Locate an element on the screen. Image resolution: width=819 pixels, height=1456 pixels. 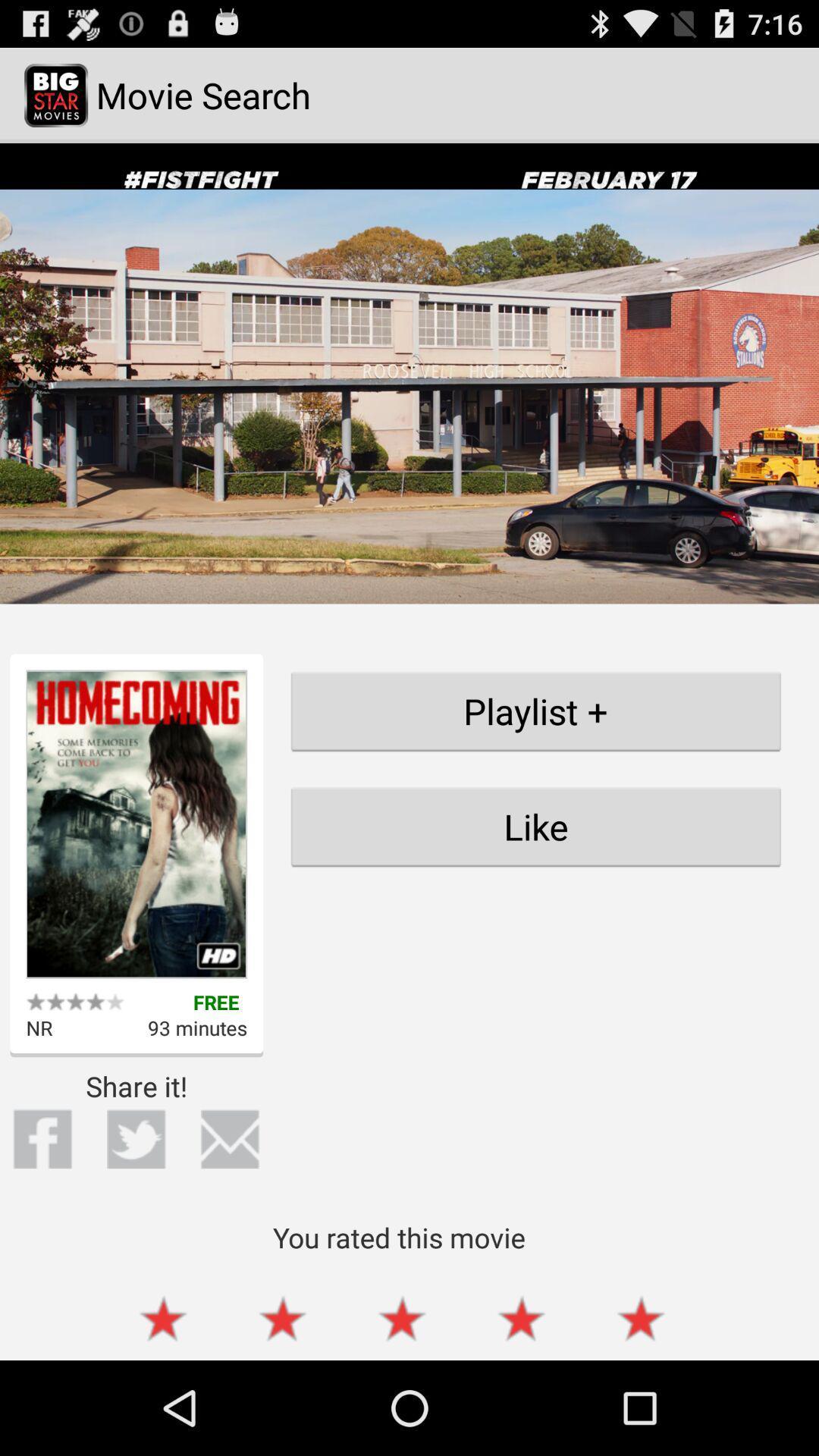
the star icon is located at coordinates (517, 1411).